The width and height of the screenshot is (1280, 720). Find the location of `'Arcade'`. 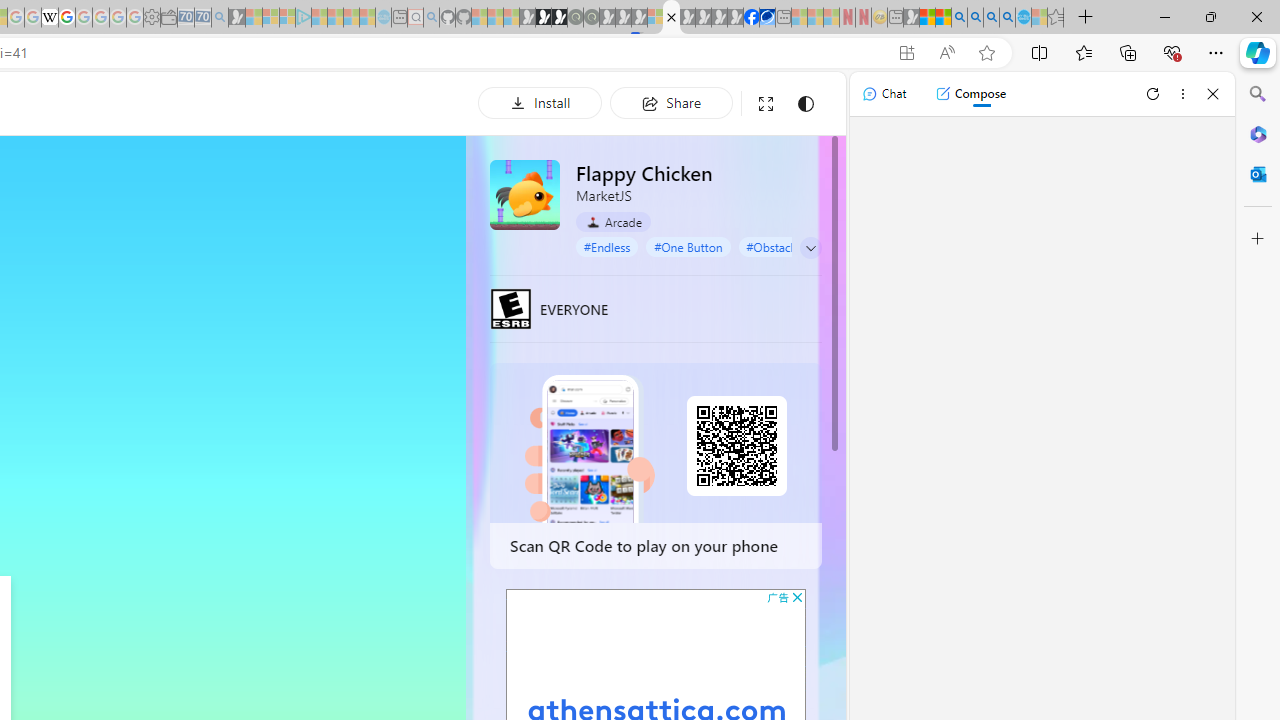

'Arcade' is located at coordinates (612, 222).